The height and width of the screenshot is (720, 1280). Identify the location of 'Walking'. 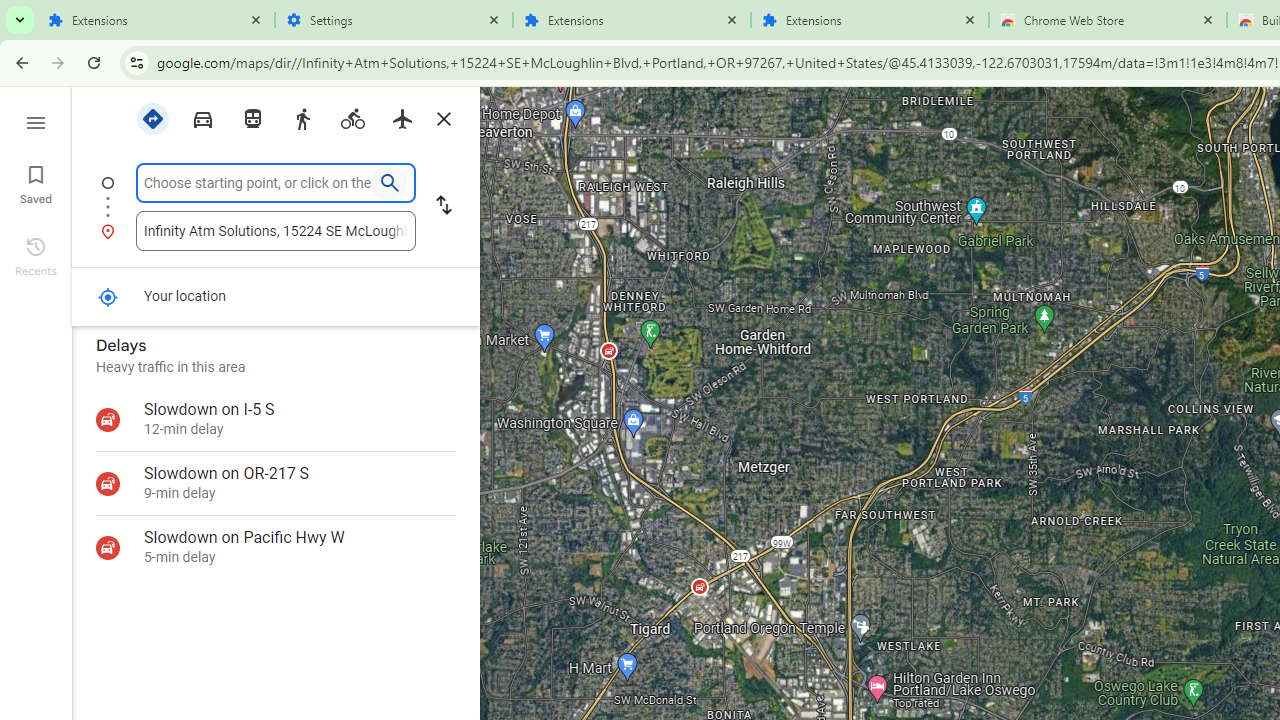
(301, 117).